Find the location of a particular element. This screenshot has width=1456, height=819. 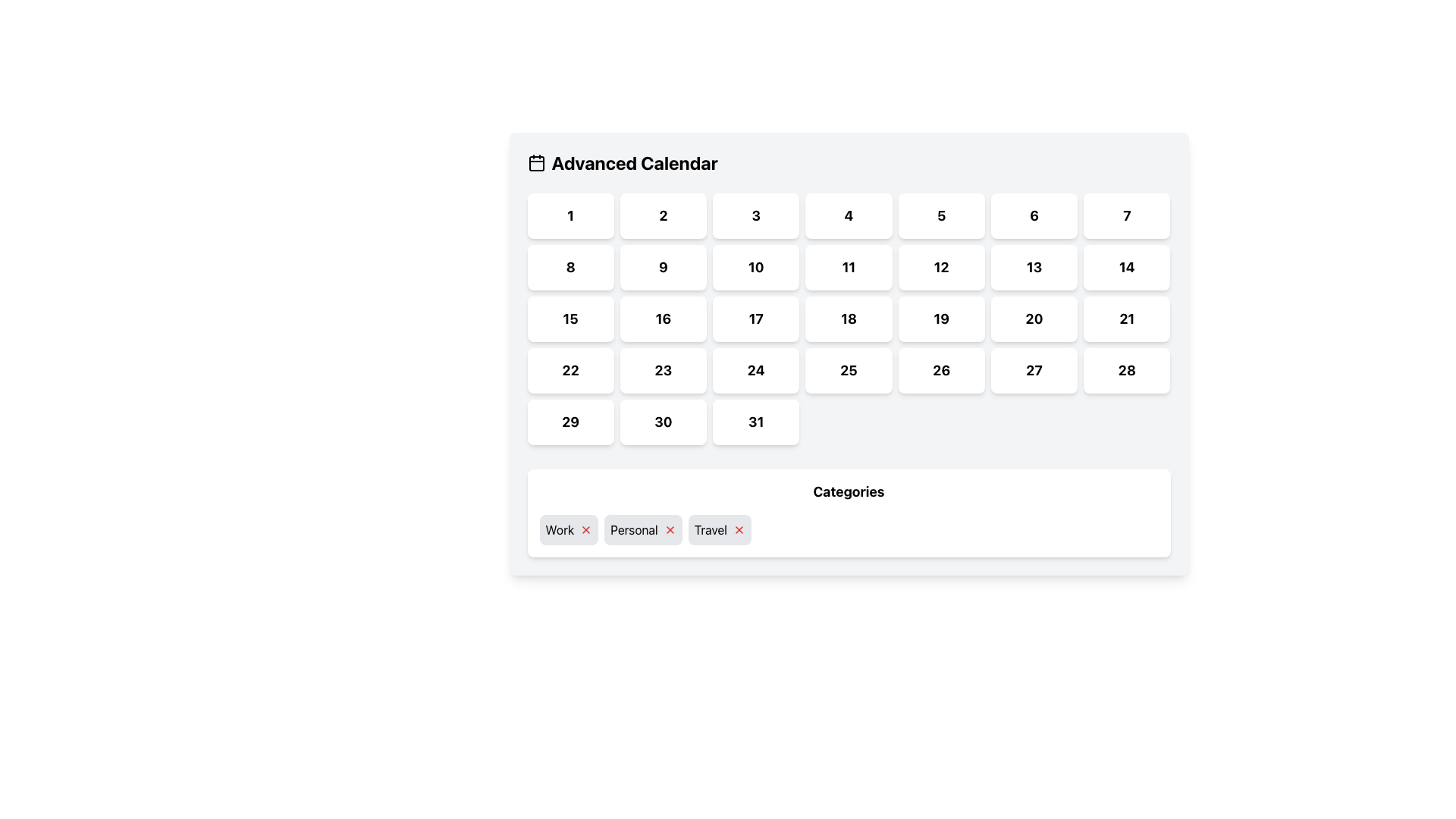

the selectable item representing the seventh day of the month in the calendar interface, which is located in the second row of the grid and is the seventh button from the top-left is located at coordinates (1127, 215).